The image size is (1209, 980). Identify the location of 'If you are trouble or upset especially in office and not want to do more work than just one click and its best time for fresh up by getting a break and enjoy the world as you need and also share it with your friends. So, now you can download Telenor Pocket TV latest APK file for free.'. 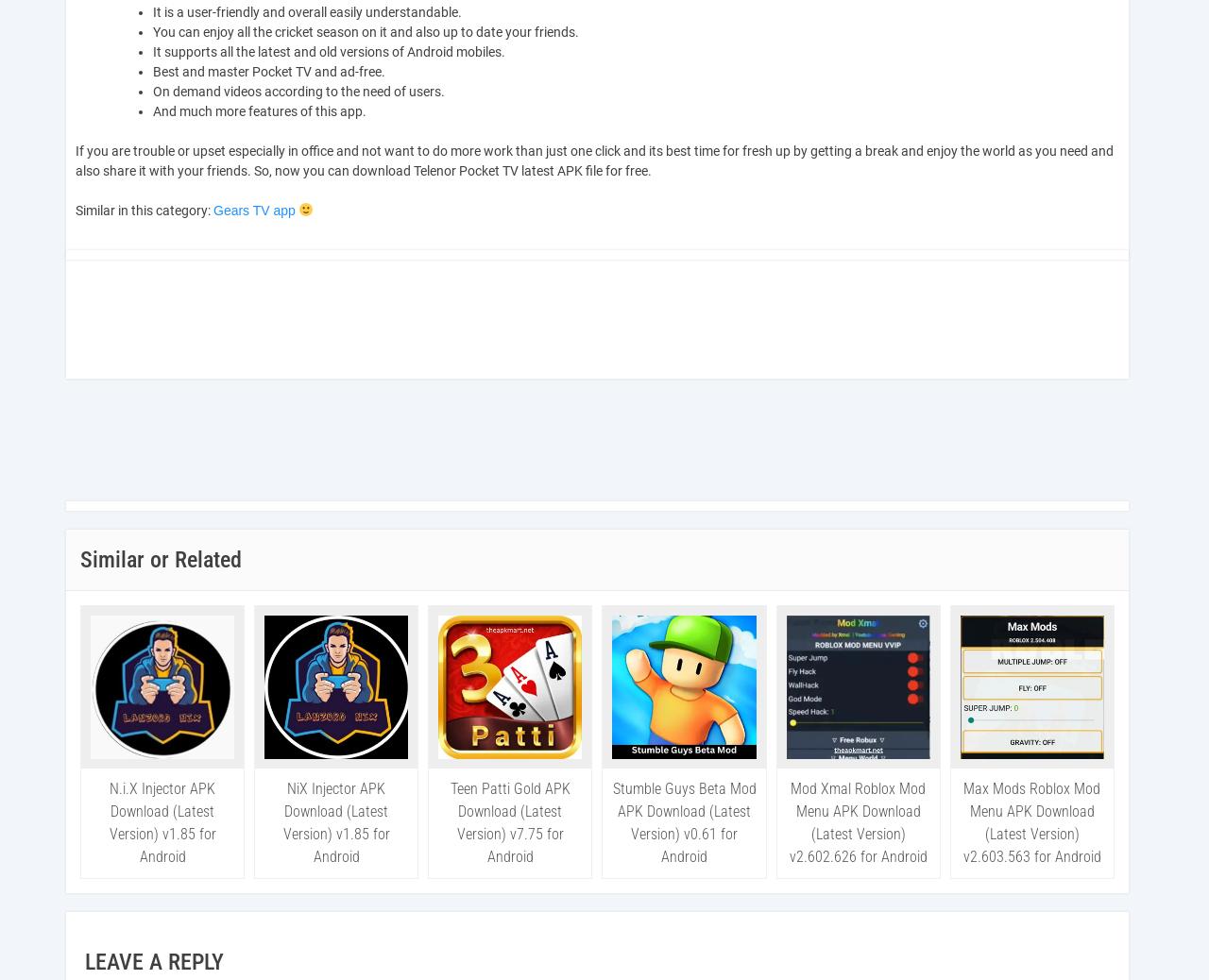
(593, 160).